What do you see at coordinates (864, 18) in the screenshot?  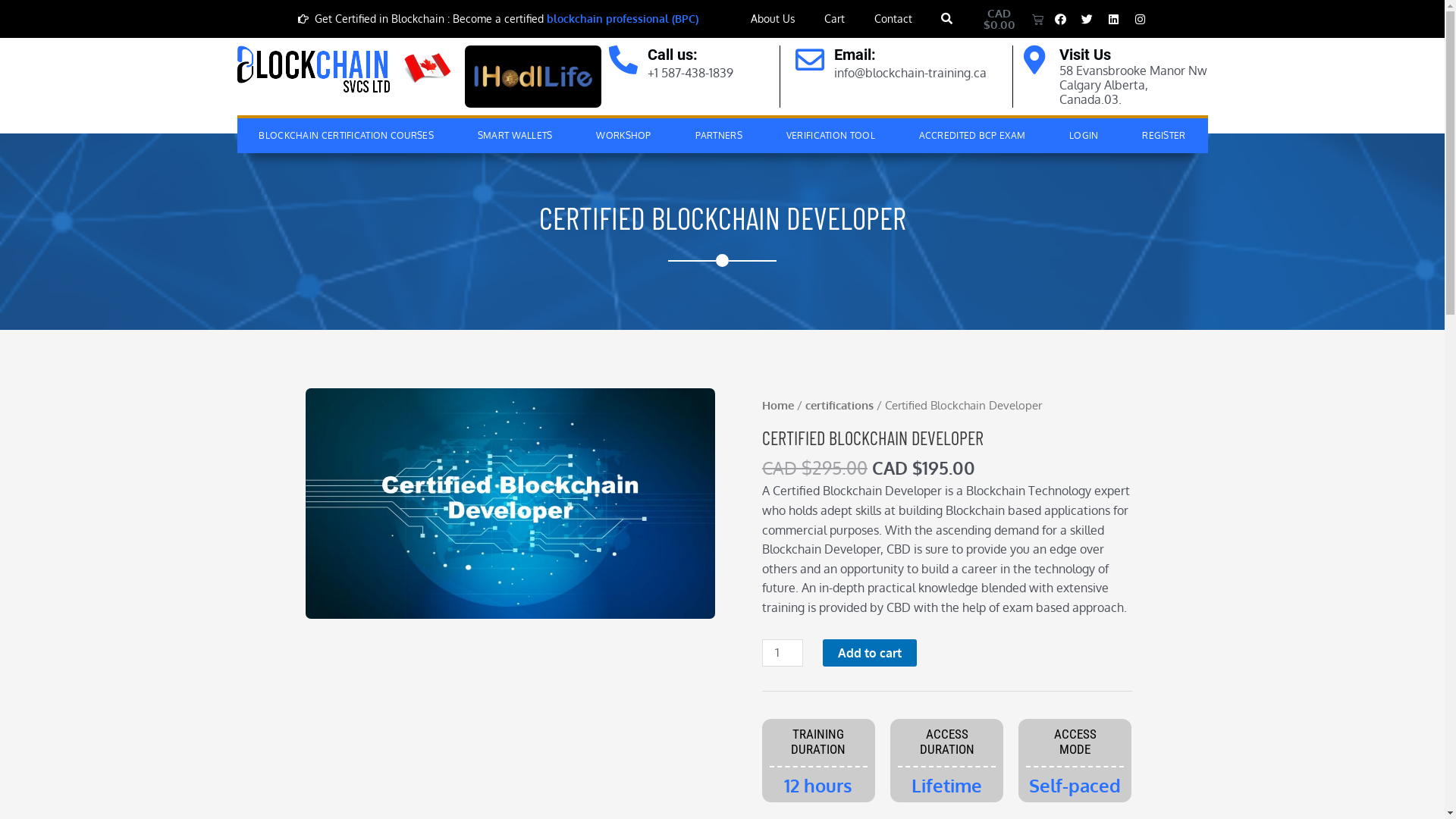 I see `'Contact'` at bounding box center [864, 18].